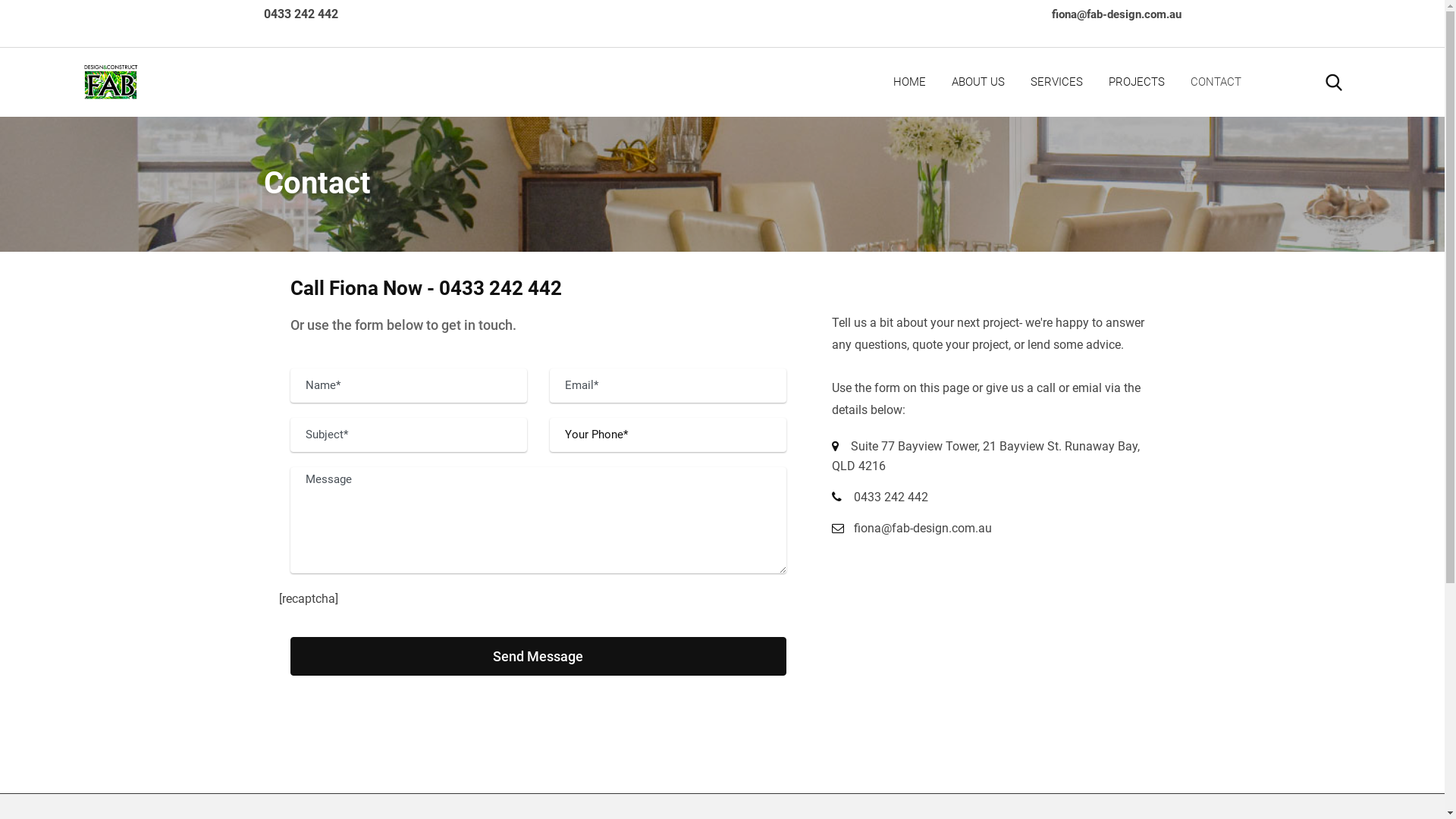 Image resolution: width=1456 pixels, height=819 pixels. I want to click on 'fiona@fab-design.com.au', so click(1116, 14).